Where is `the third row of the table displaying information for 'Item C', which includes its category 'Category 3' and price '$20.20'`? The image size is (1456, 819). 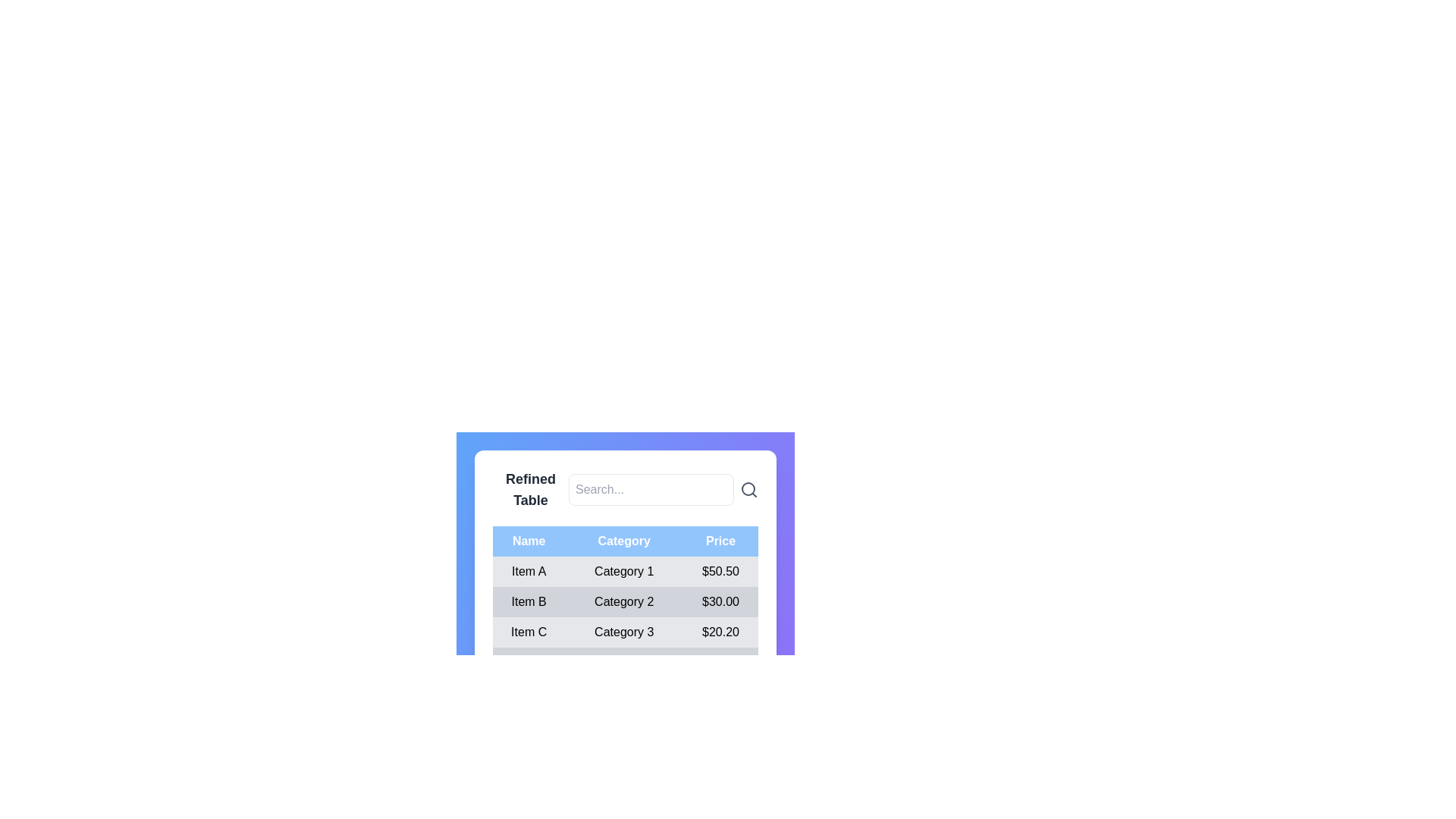 the third row of the table displaying information for 'Item C', which includes its category 'Category 3' and price '$20.20' is located at coordinates (626, 632).